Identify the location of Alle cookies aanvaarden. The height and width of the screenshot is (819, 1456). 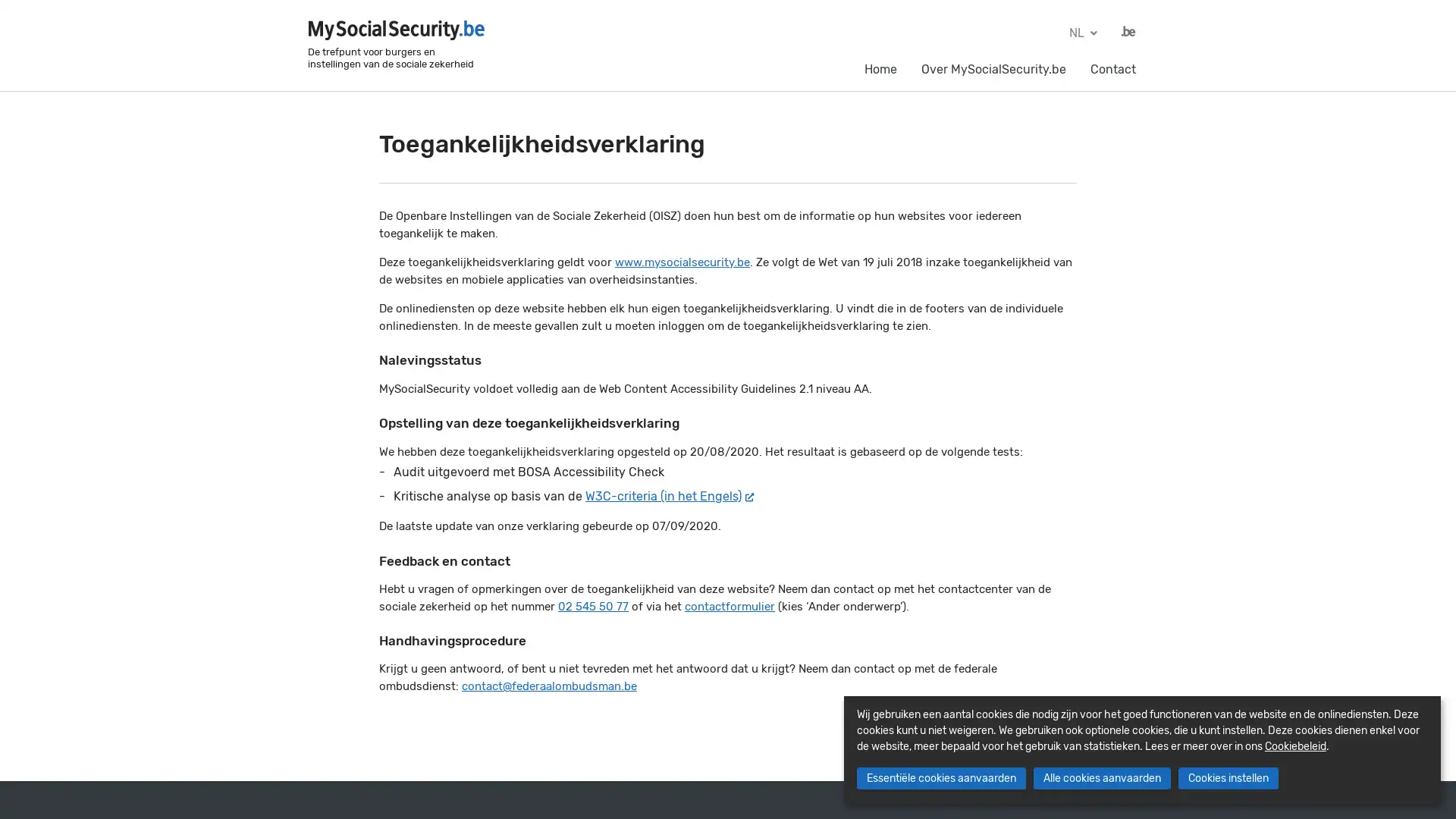
(1101, 778).